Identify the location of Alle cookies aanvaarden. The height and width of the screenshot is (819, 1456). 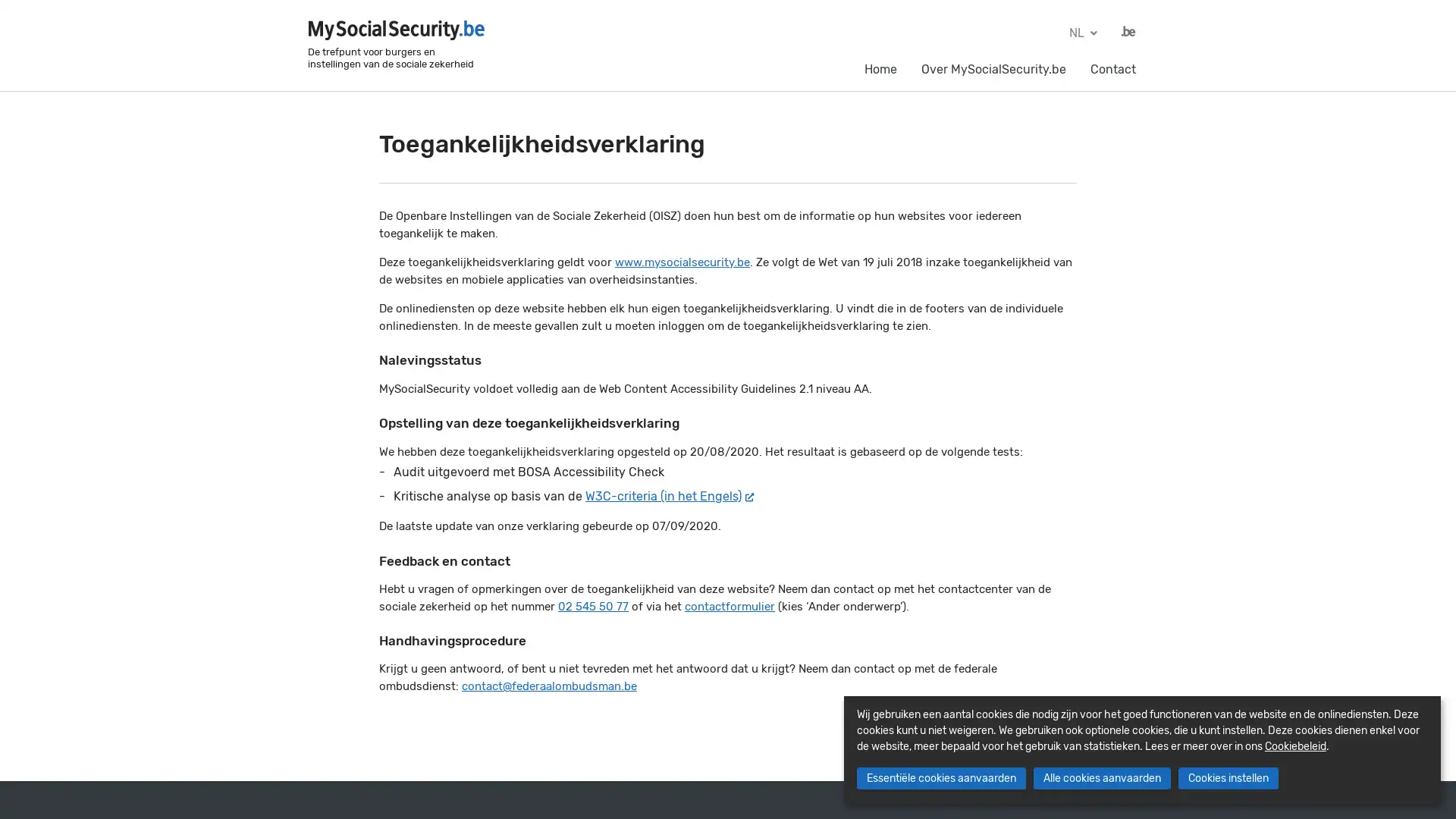
(1101, 778).